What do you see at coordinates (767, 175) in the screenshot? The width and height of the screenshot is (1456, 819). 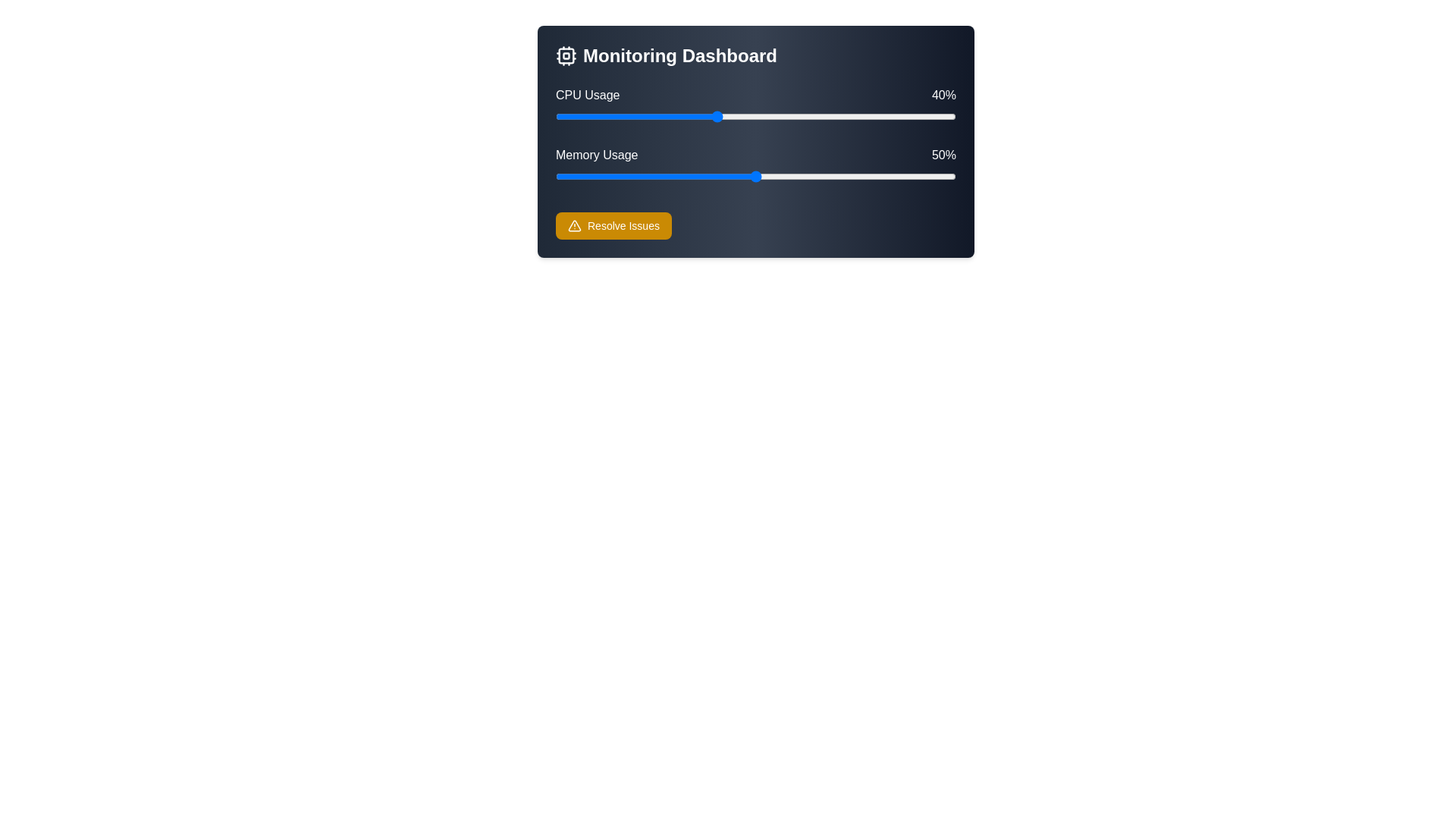 I see `Memory Usage` at bounding box center [767, 175].